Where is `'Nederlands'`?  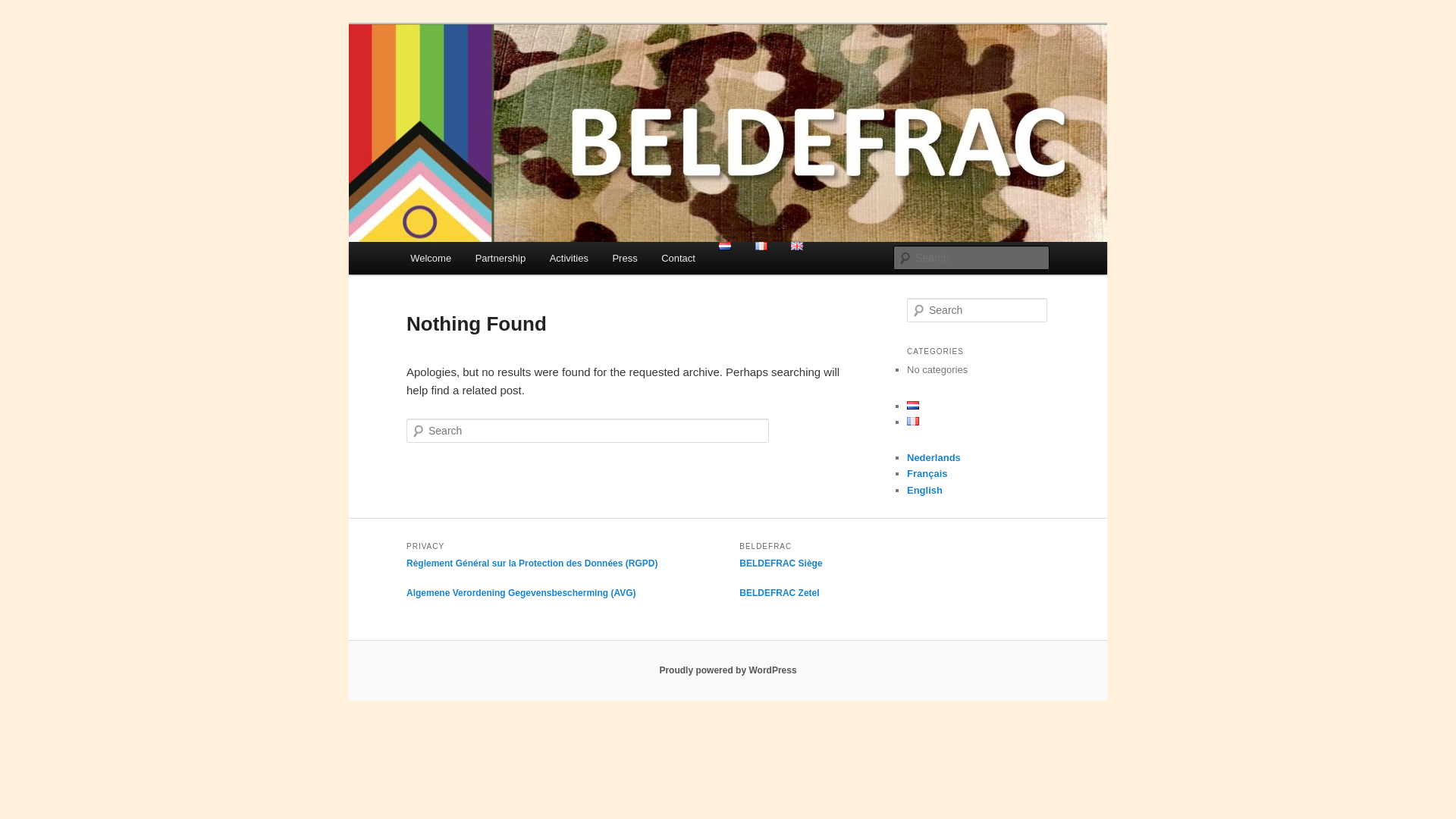 'Nederlands' is located at coordinates (933, 457).